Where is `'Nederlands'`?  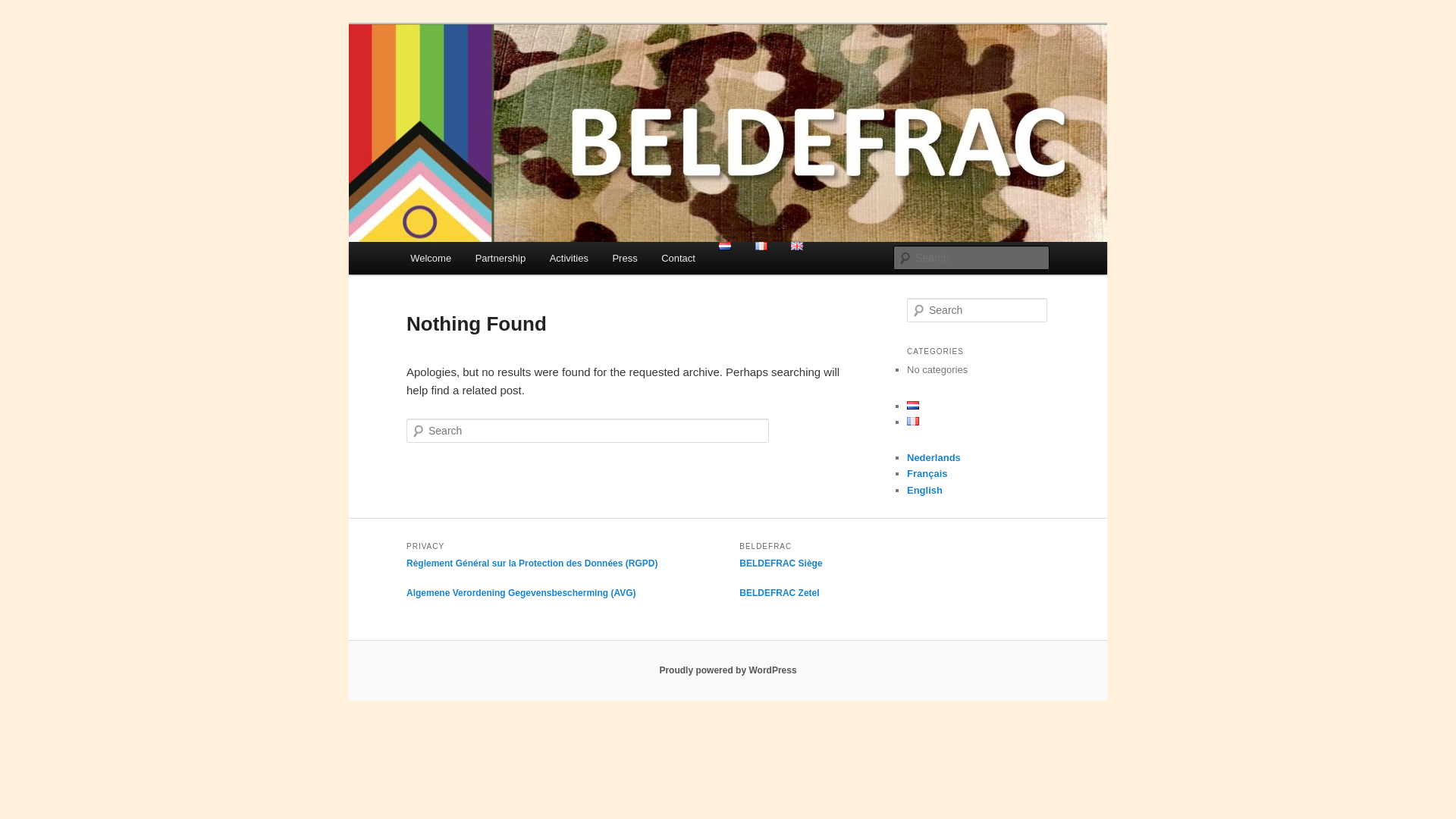 'Nederlands' is located at coordinates (933, 457).